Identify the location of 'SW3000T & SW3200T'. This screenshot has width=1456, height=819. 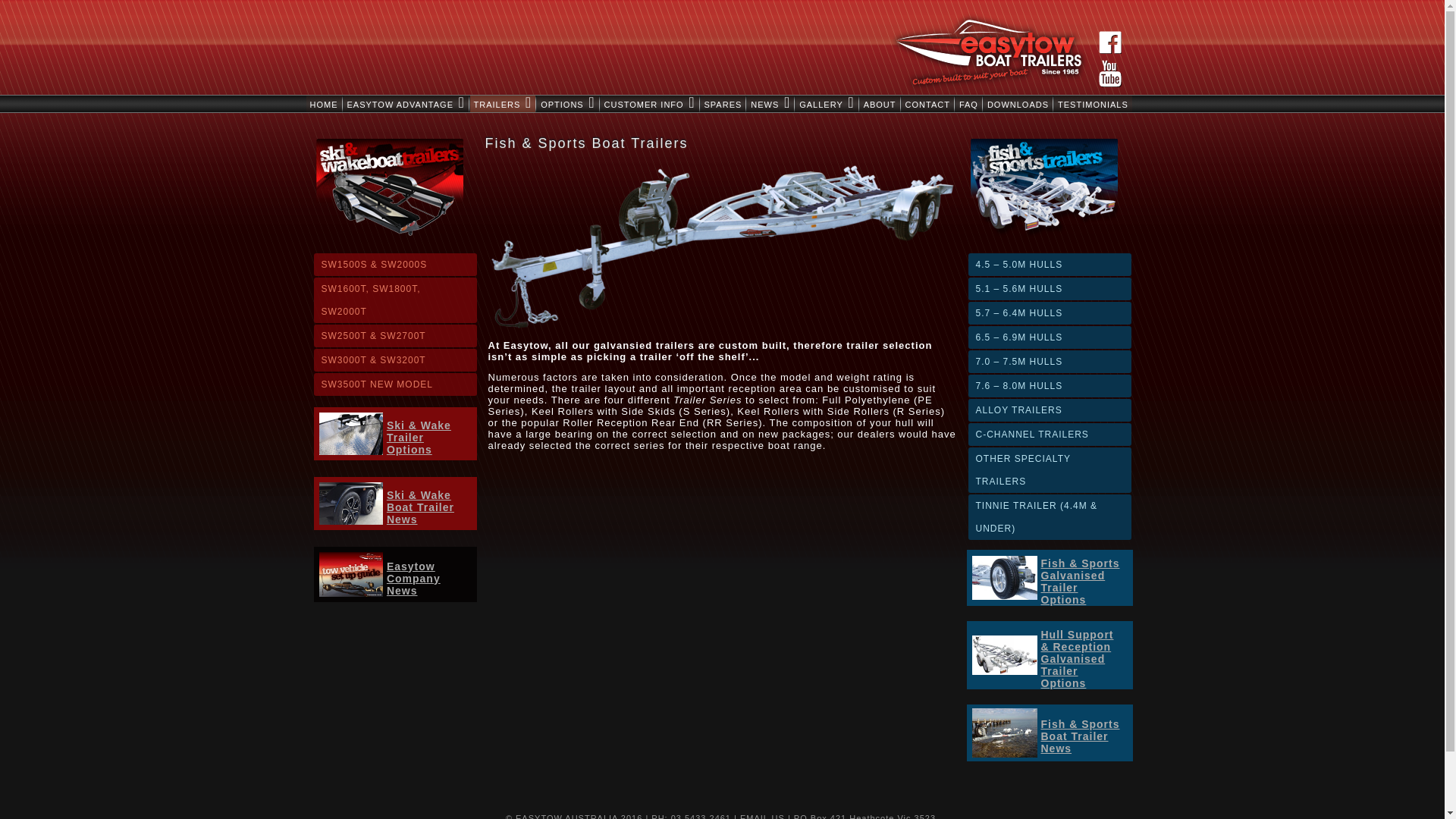
(395, 359).